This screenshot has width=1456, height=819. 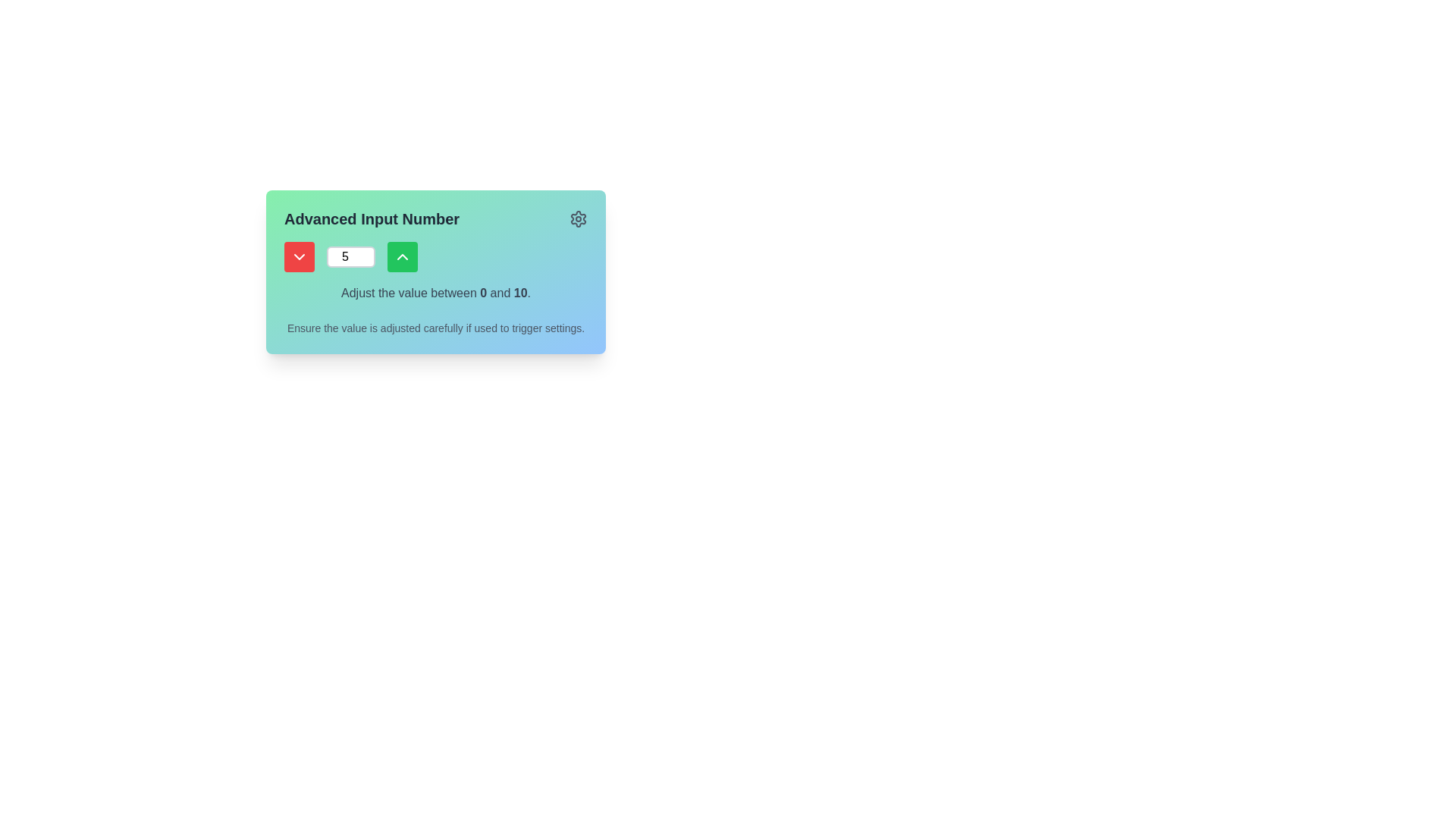 I want to click on the increment button located to the right of the numeric input field displaying '5', so click(x=403, y=256).